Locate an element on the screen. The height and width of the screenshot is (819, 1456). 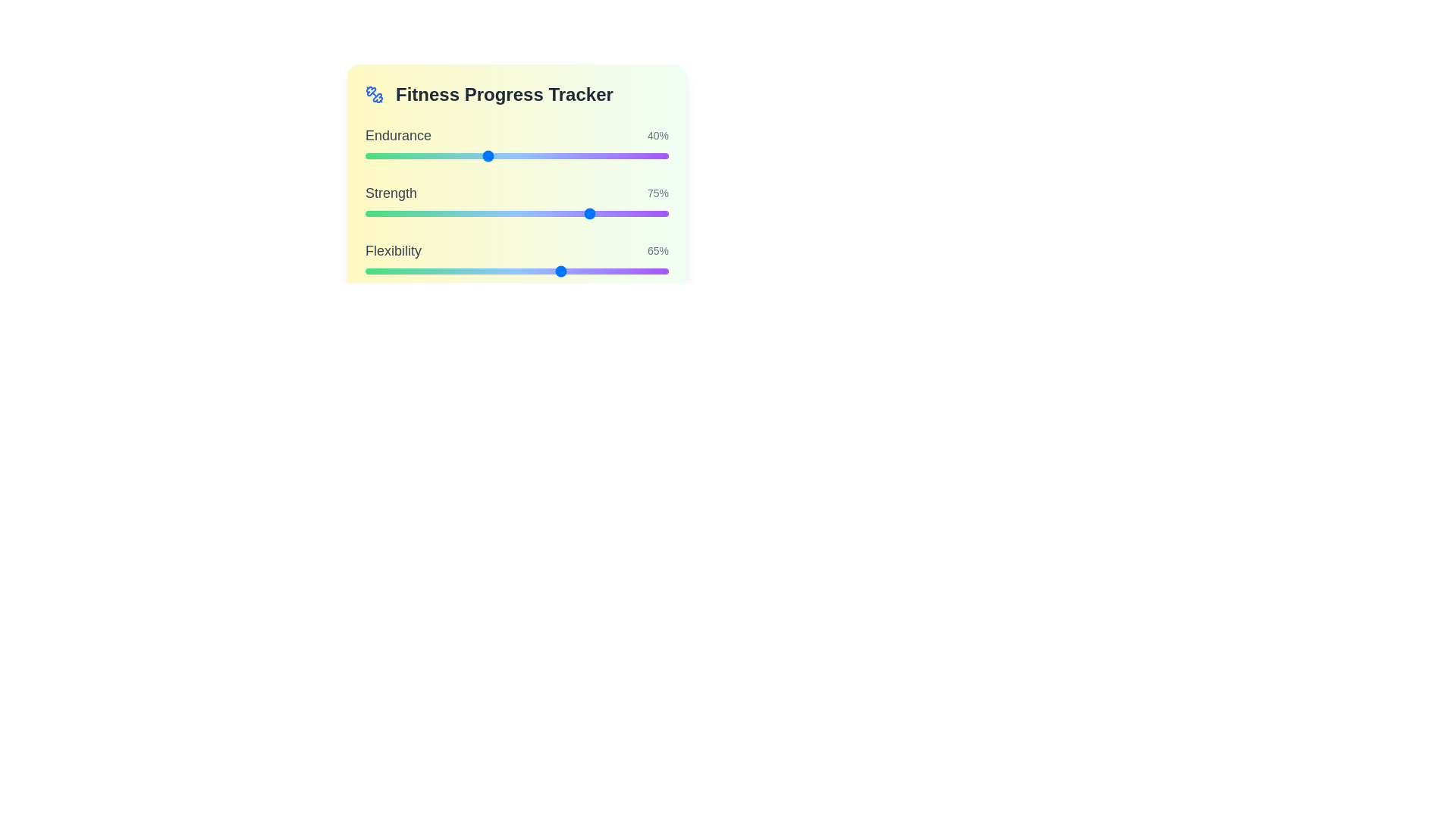
the 'Strength' progress bar at 75% is located at coordinates (516, 201).